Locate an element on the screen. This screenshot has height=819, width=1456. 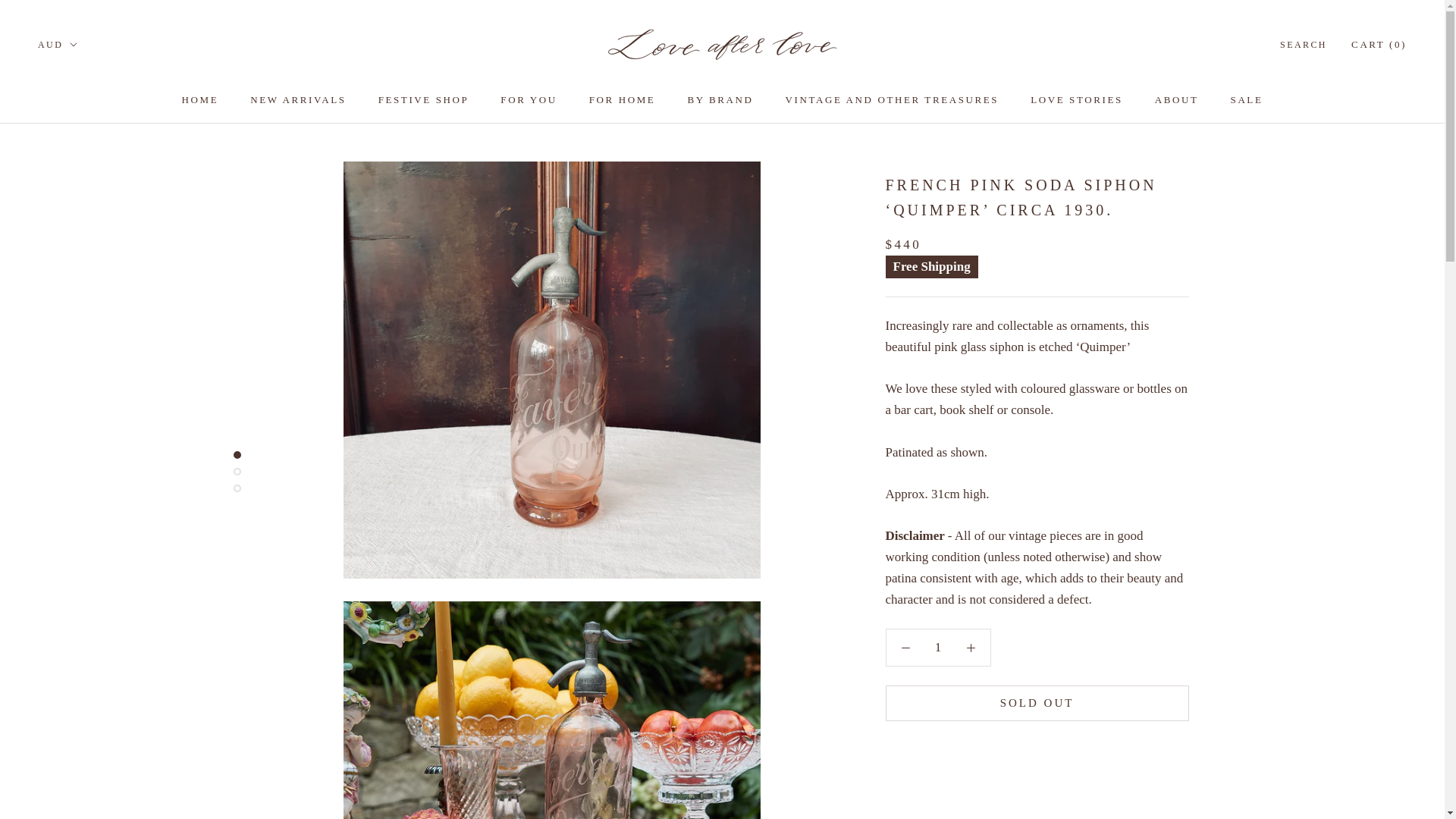
'NEW ARRIVALS is located at coordinates (298, 99).